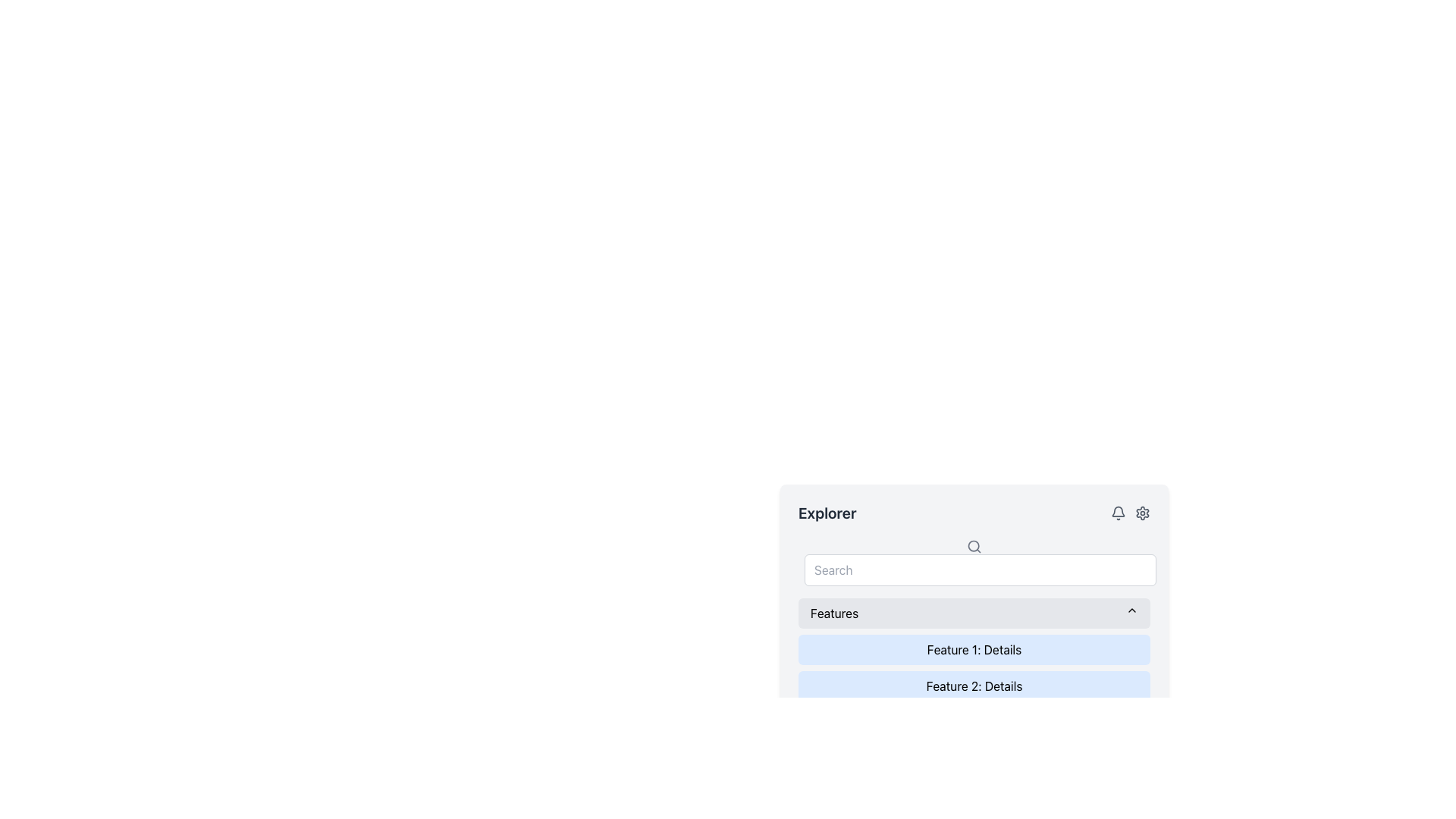 Image resolution: width=1456 pixels, height=819 pixels. Describe the element at coordinates (1131, 610) in the screenshot. I see `the upward chevron icon located to the far-right of the 'Features' label` at that location.